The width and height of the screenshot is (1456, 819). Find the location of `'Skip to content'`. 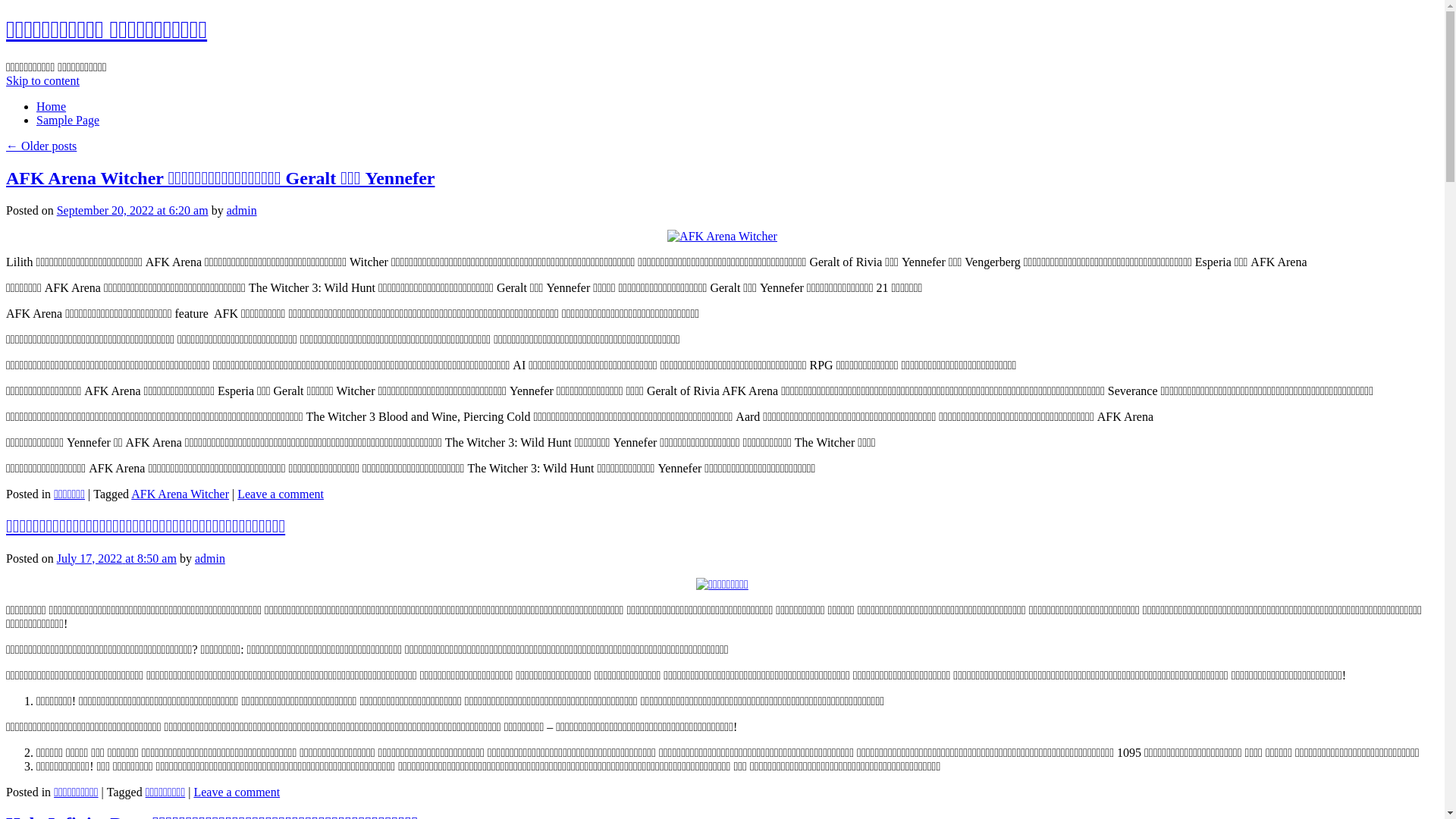

'Skip to content' is located at coordinates (6, 80).